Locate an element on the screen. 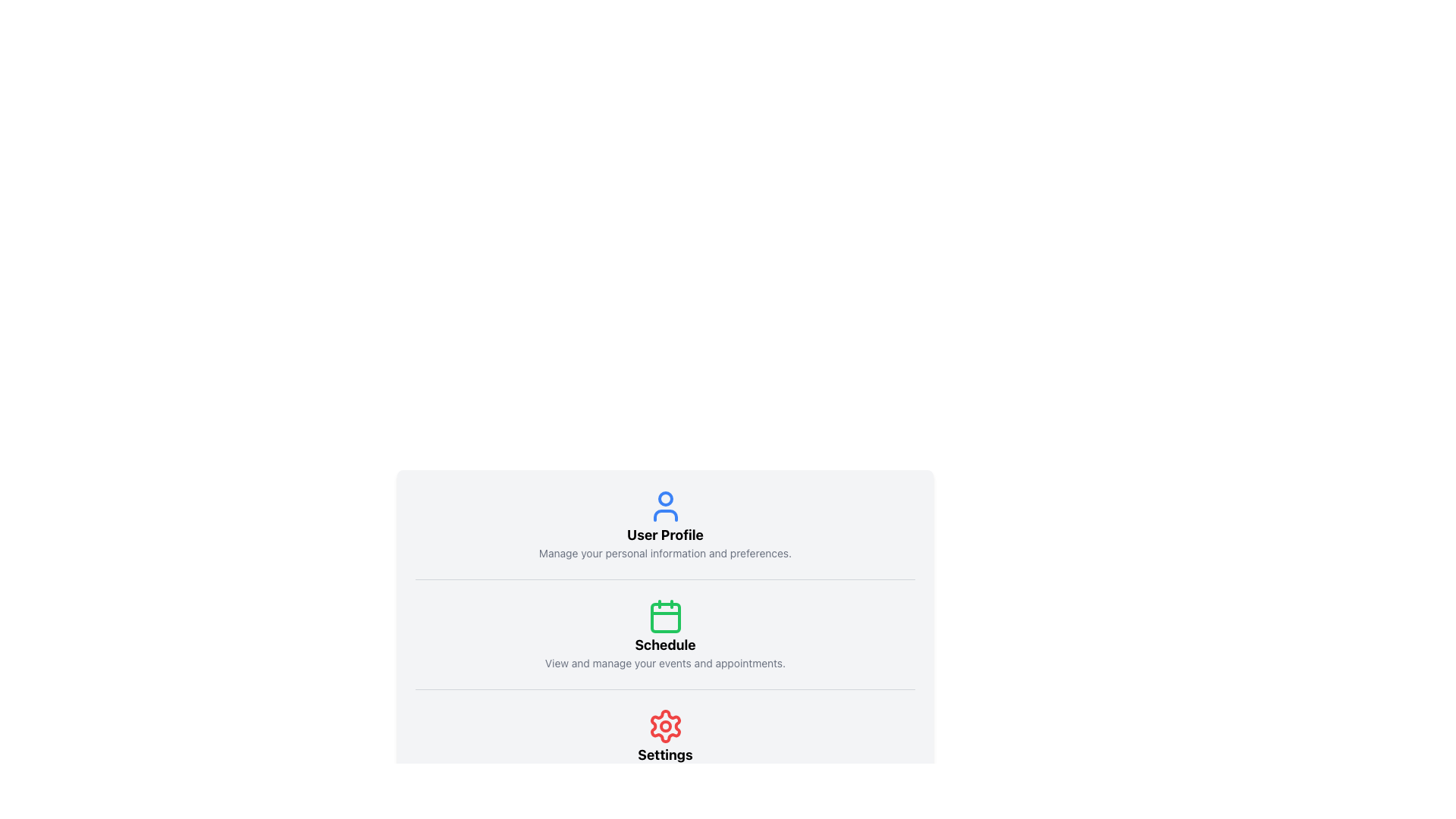  the Separator Line located between the 'Schedule' and 'Settings' sections of the content is located at coordinates (665, 689).